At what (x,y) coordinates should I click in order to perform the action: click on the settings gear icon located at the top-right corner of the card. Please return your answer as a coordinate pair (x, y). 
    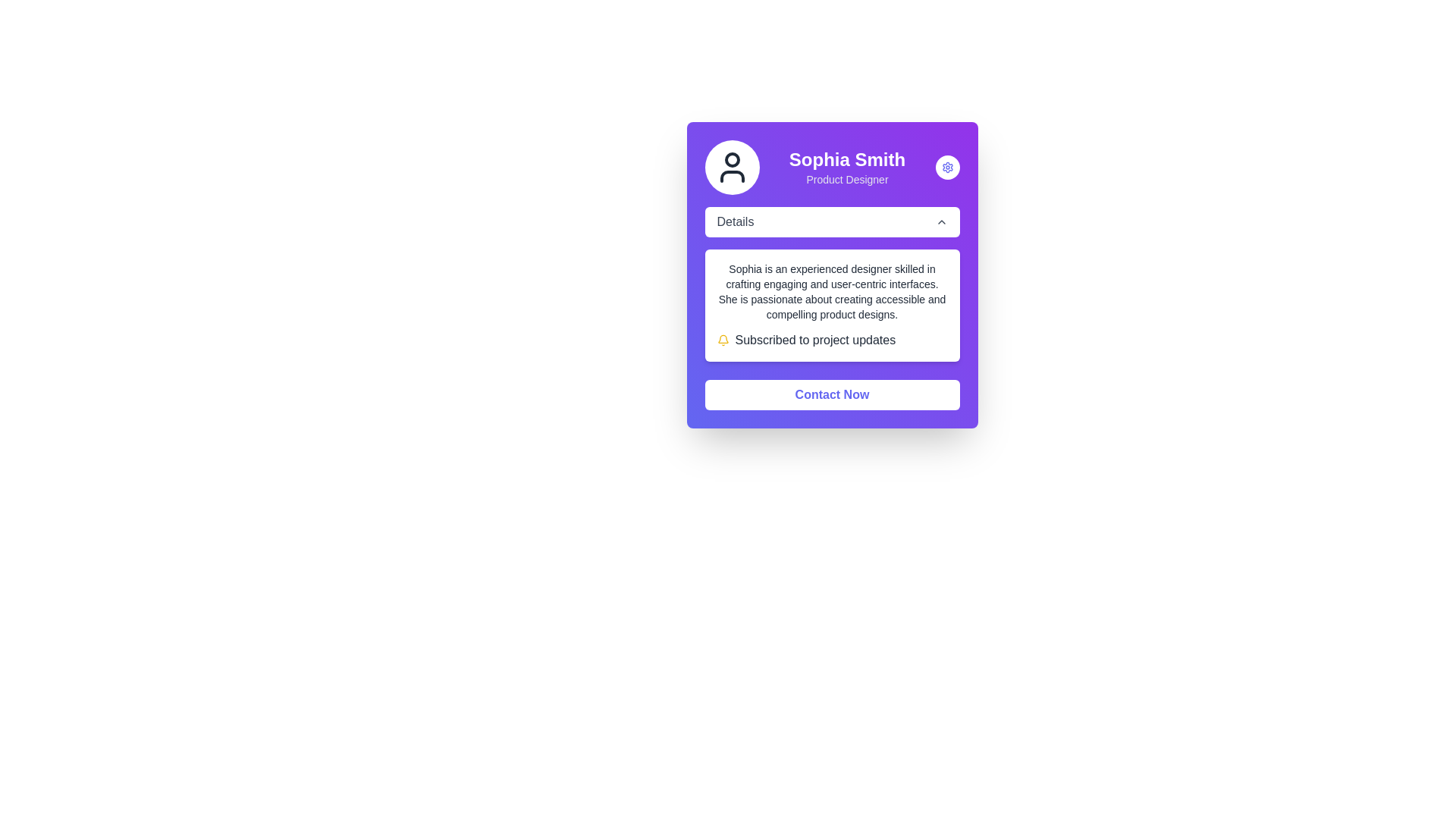
    Looking at the image, I should click on (946, 167).